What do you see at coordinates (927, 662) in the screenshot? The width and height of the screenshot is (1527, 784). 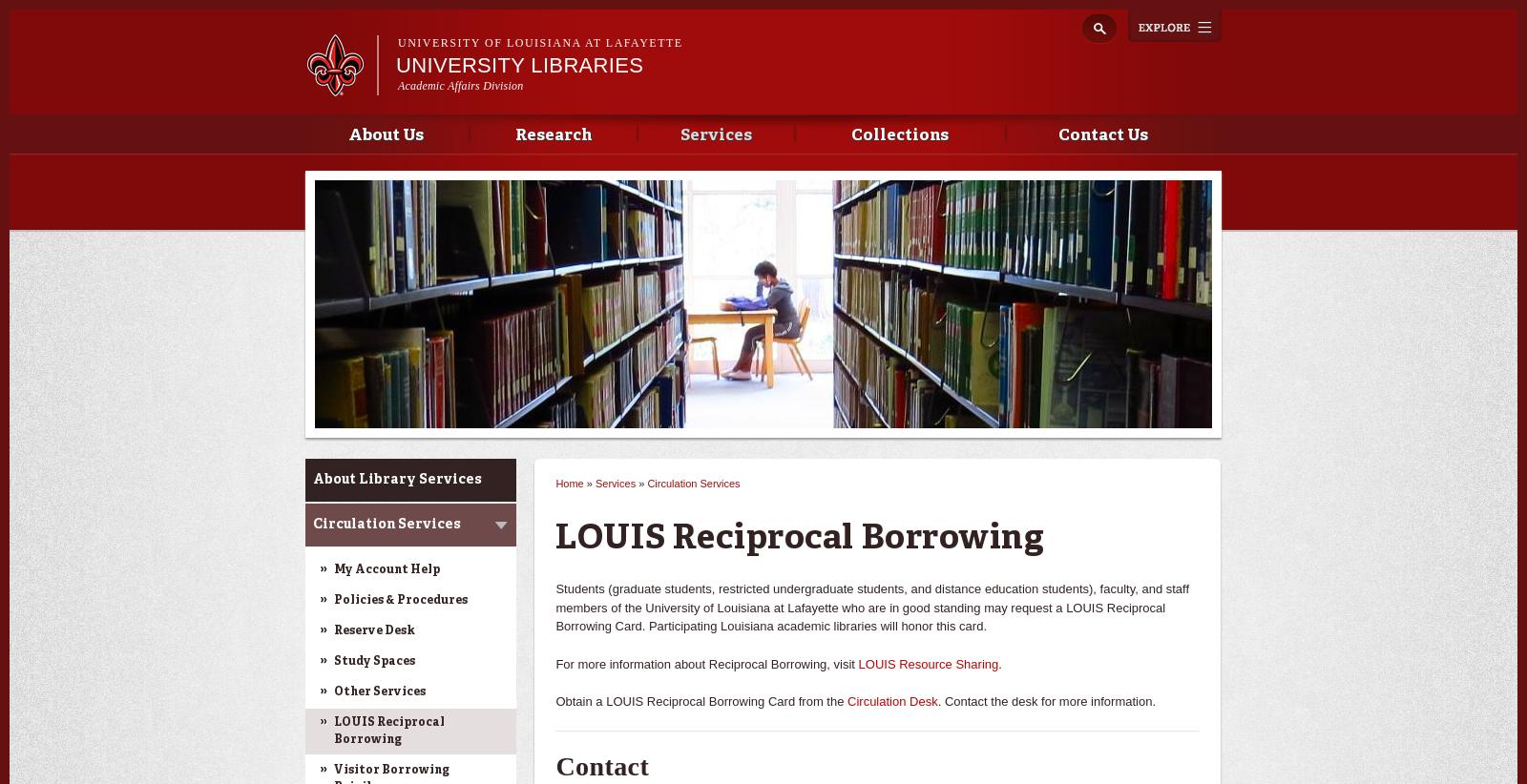 I see `'LOUIS Resource Sharing'` at bounding box center [927, 662].